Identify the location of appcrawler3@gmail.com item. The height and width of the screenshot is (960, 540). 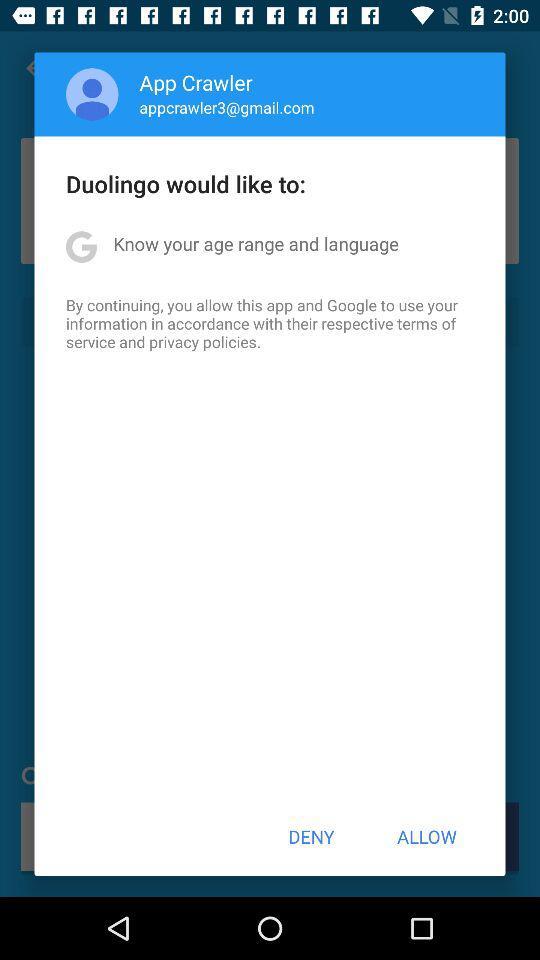
(226, 107).